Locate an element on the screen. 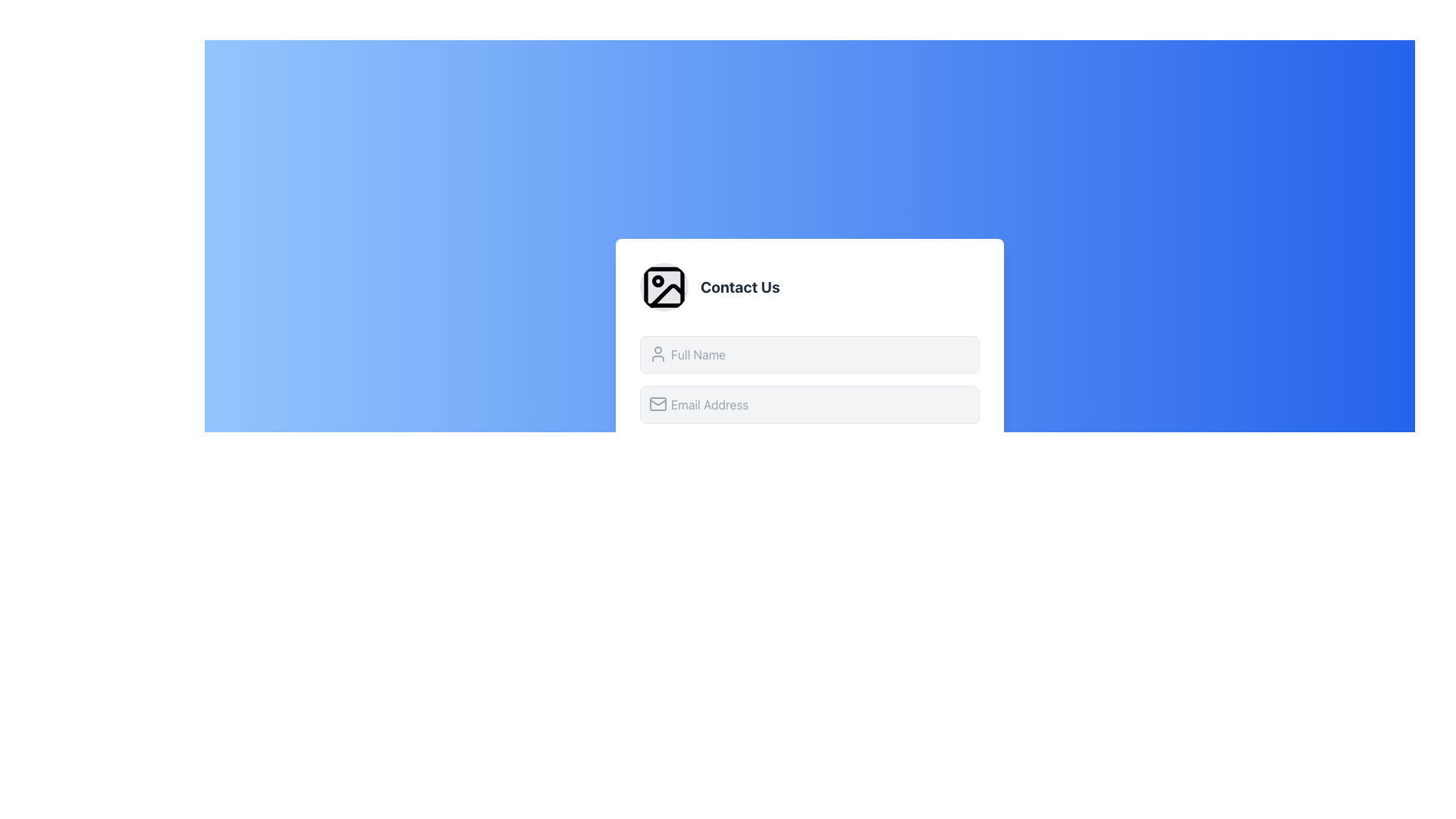  the square-shaped icon with rounded corners and a gray background that features mountain and sun or moon visuals, located to the left of the 'Contact Us' text is located at coordinates (664, 287).